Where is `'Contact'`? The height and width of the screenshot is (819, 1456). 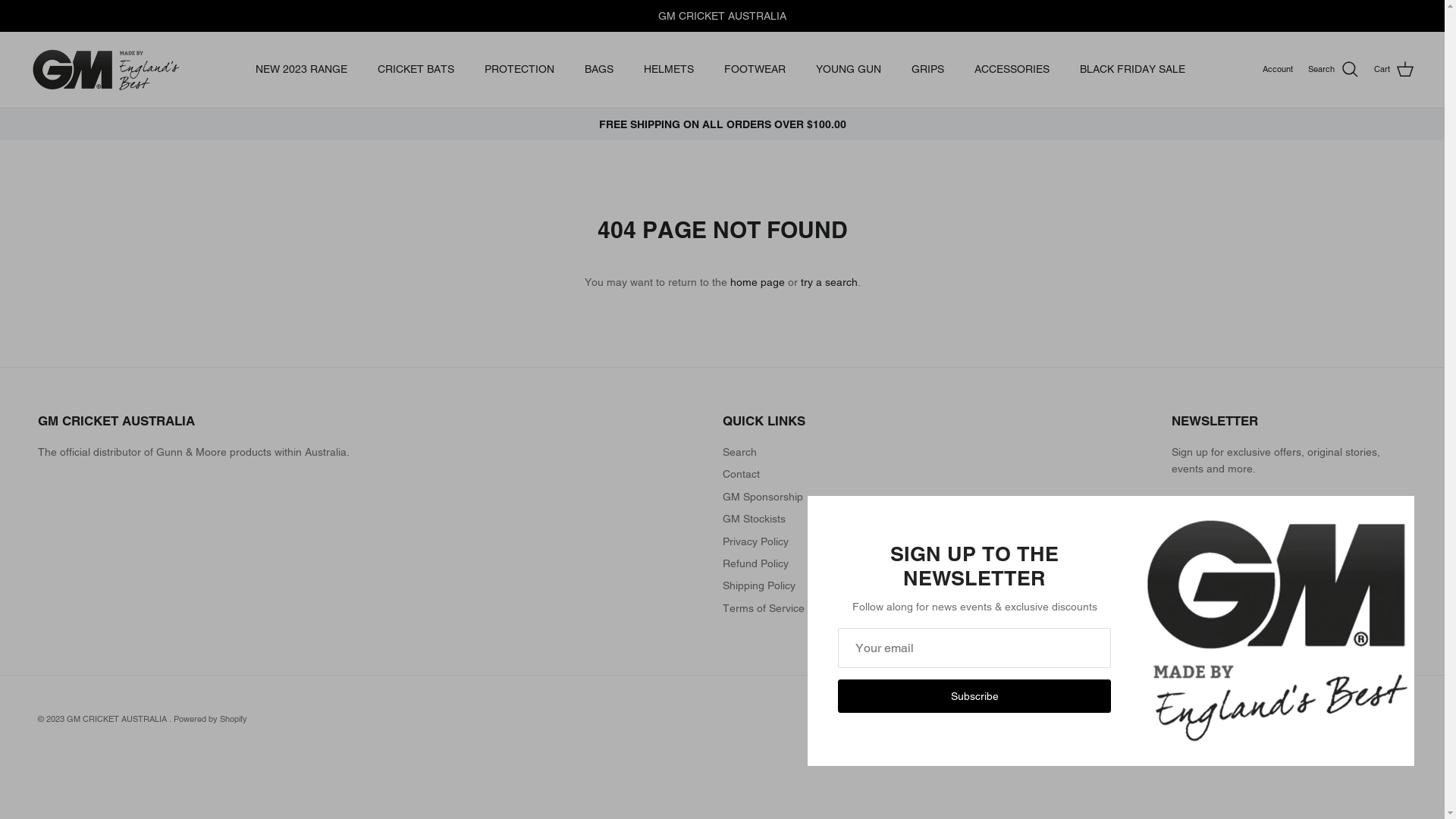
'Contact' is located at coordinates (741, 472).